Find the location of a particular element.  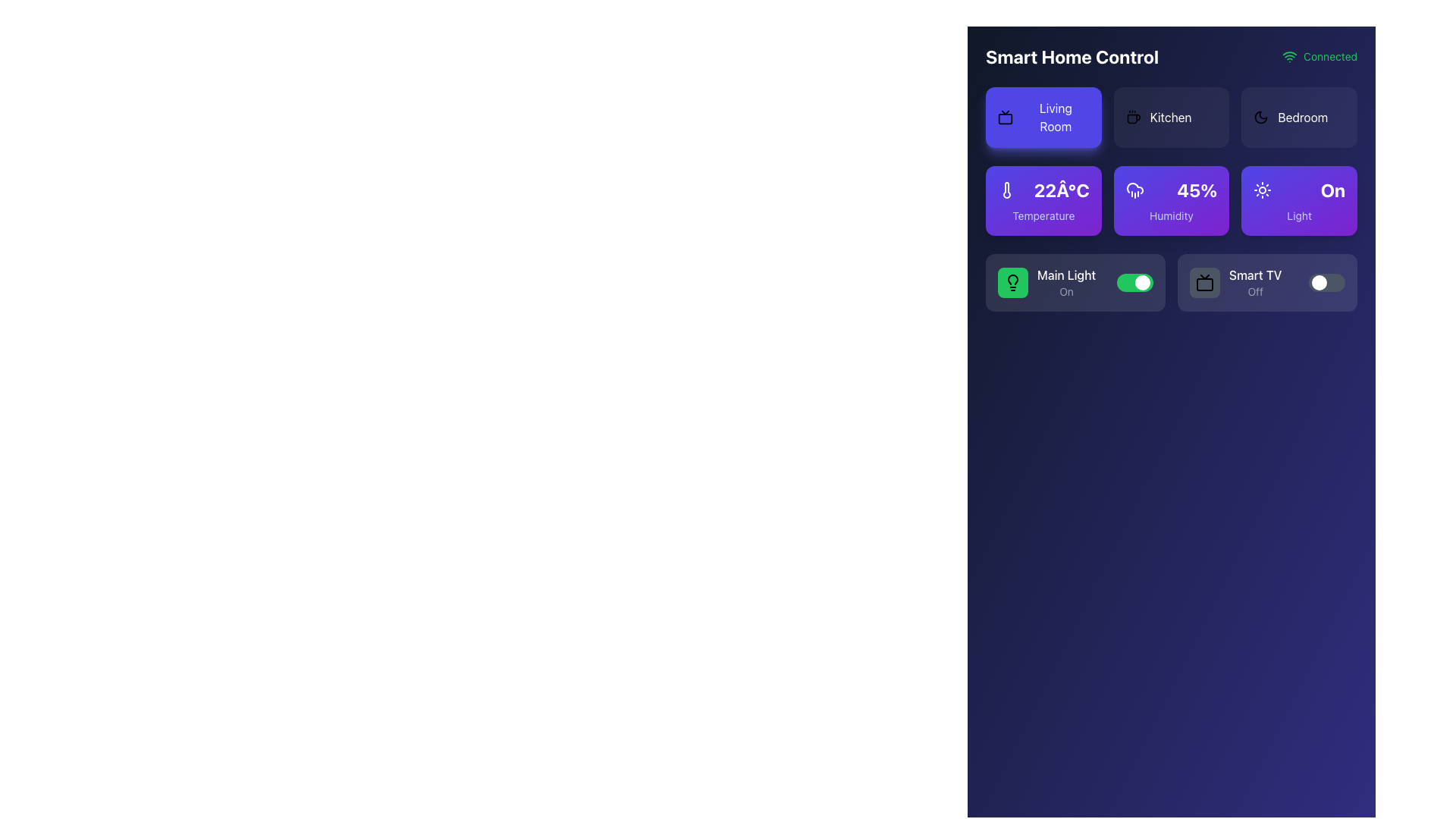

the decorative filament section of the light bulb icon in the 'Main Light' card located at the bottom-left quadrant of the grid layout is located at coordinates (1012, 280).